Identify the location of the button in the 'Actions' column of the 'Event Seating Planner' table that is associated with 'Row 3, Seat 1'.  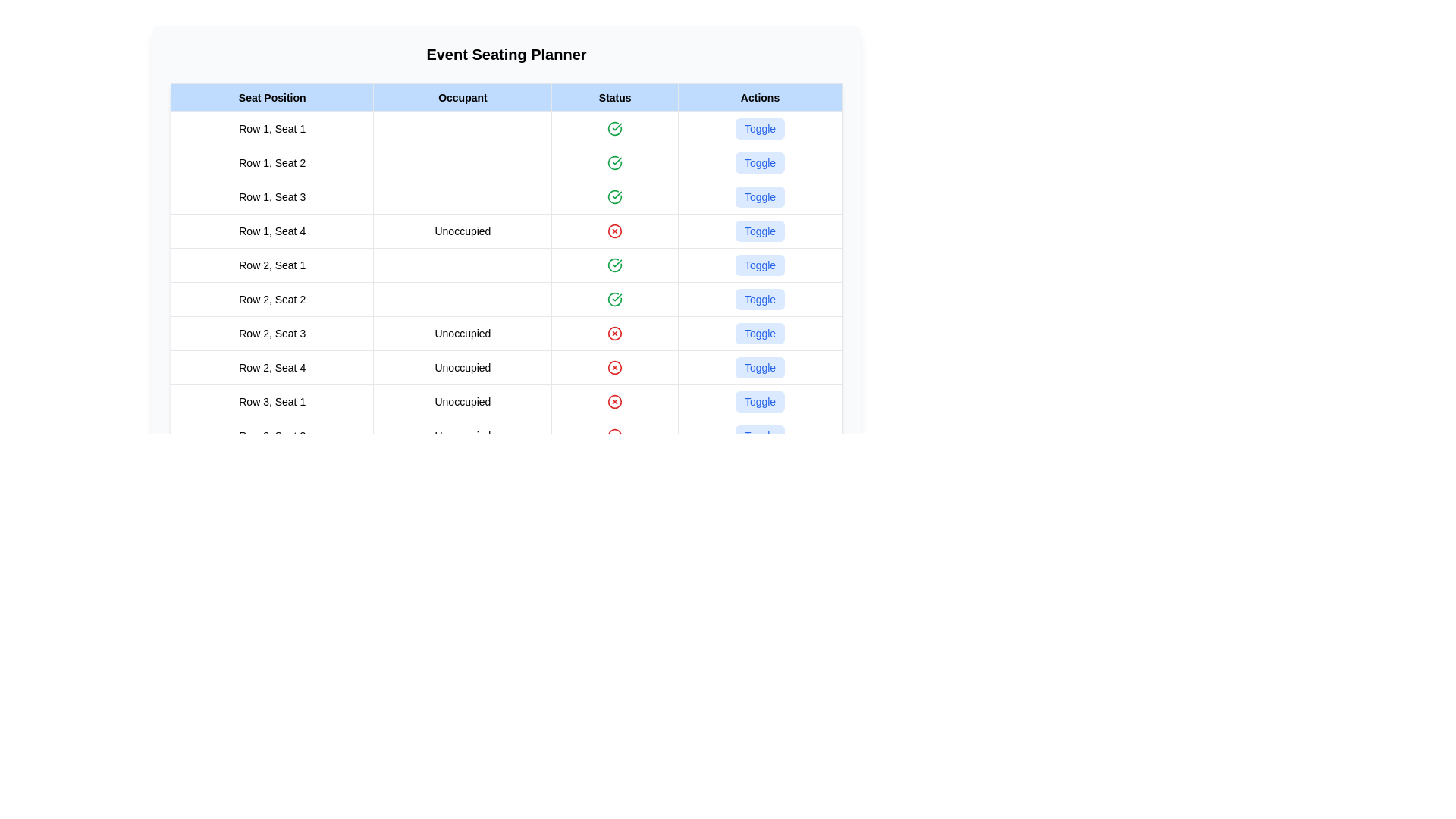
(760, 400).